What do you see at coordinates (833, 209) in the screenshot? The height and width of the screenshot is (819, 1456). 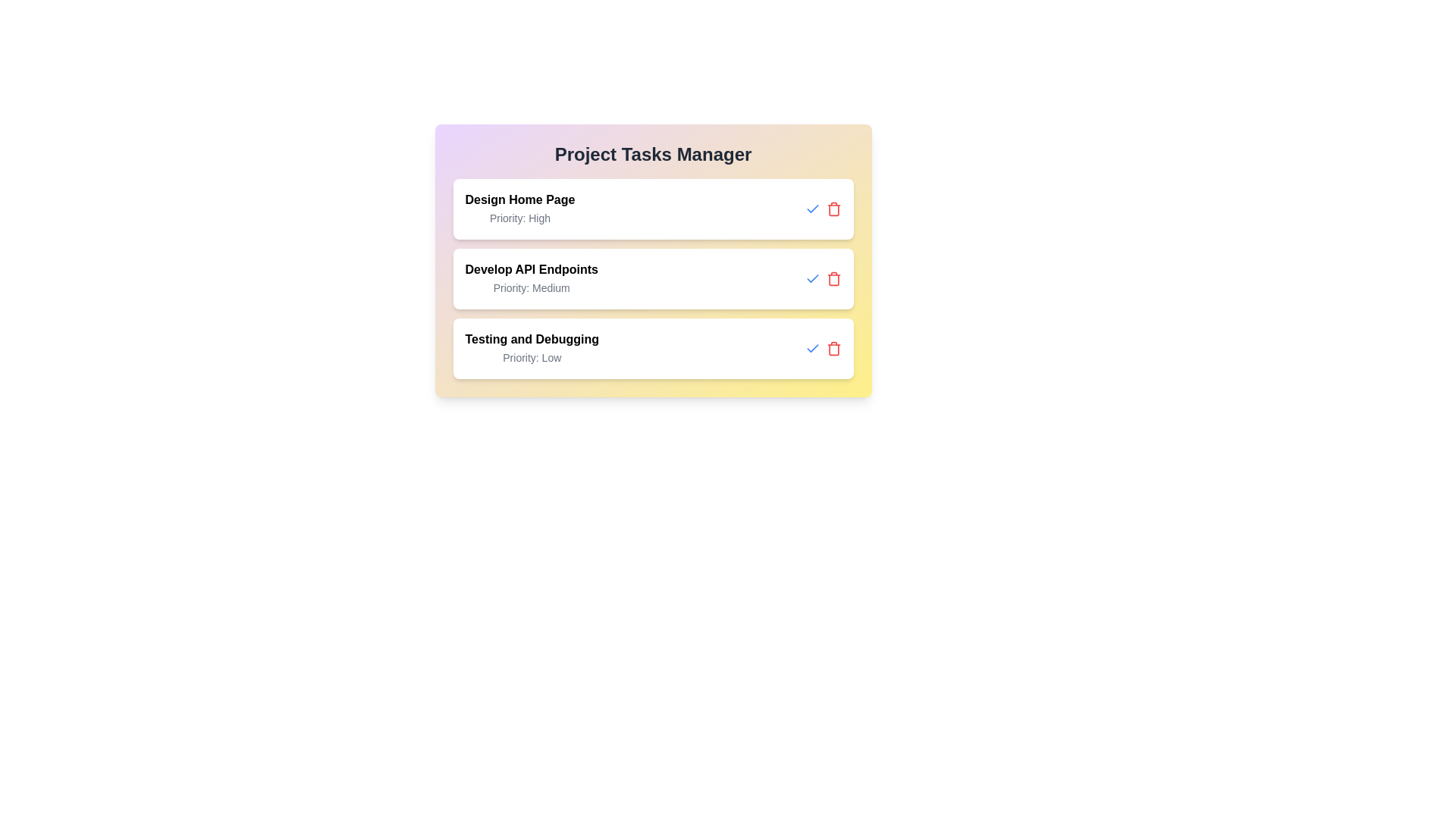 I see `the delete button for the task titled 'Design Home Page'` at bounding box center [833, 209].